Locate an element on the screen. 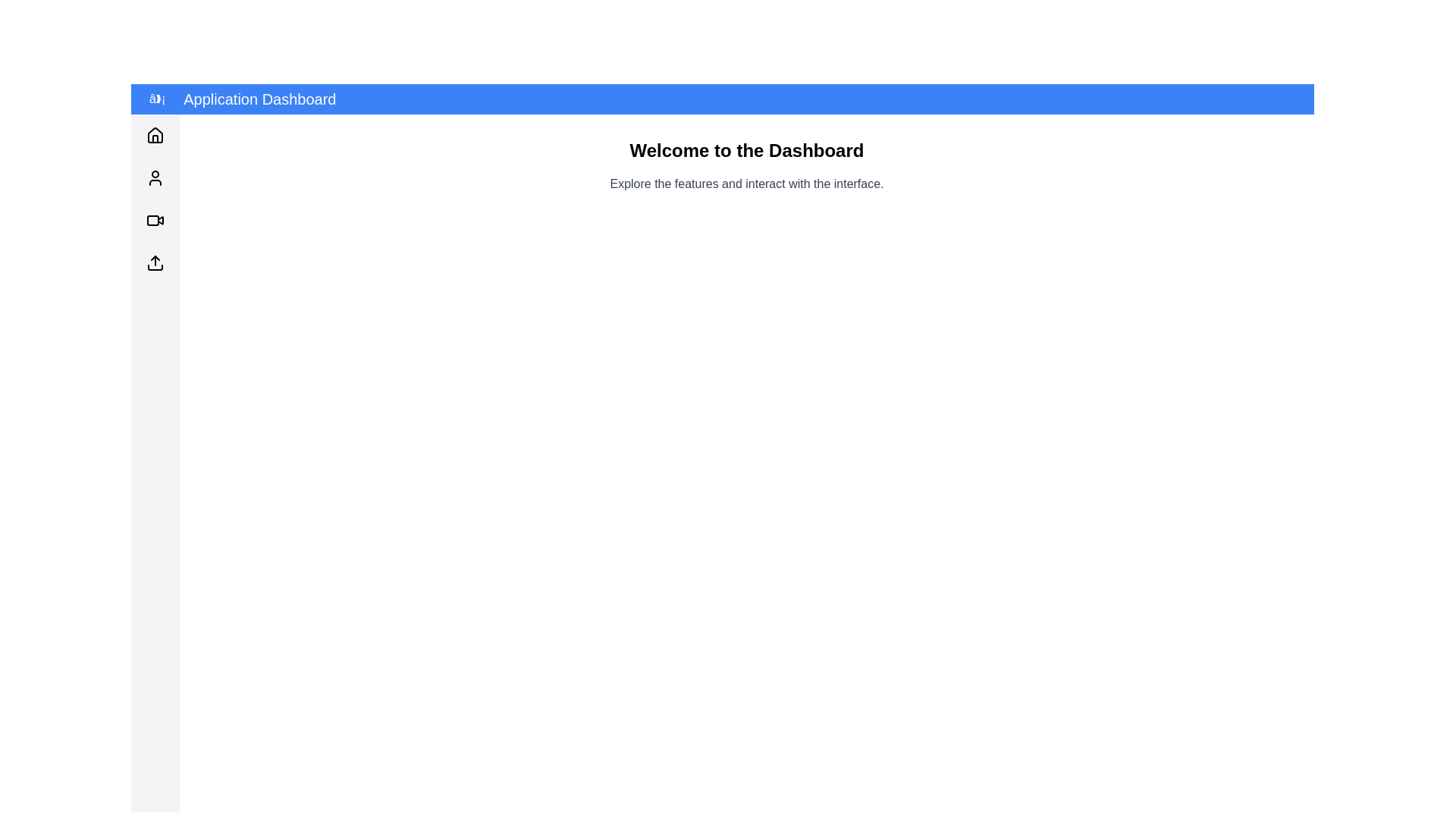 This screenshot has width=1456, height=819. the interactive menu activator icon located in the blue header bar on the left side, adjacent to the 'Application Dashboard' title is located at coordinates (157, 99).